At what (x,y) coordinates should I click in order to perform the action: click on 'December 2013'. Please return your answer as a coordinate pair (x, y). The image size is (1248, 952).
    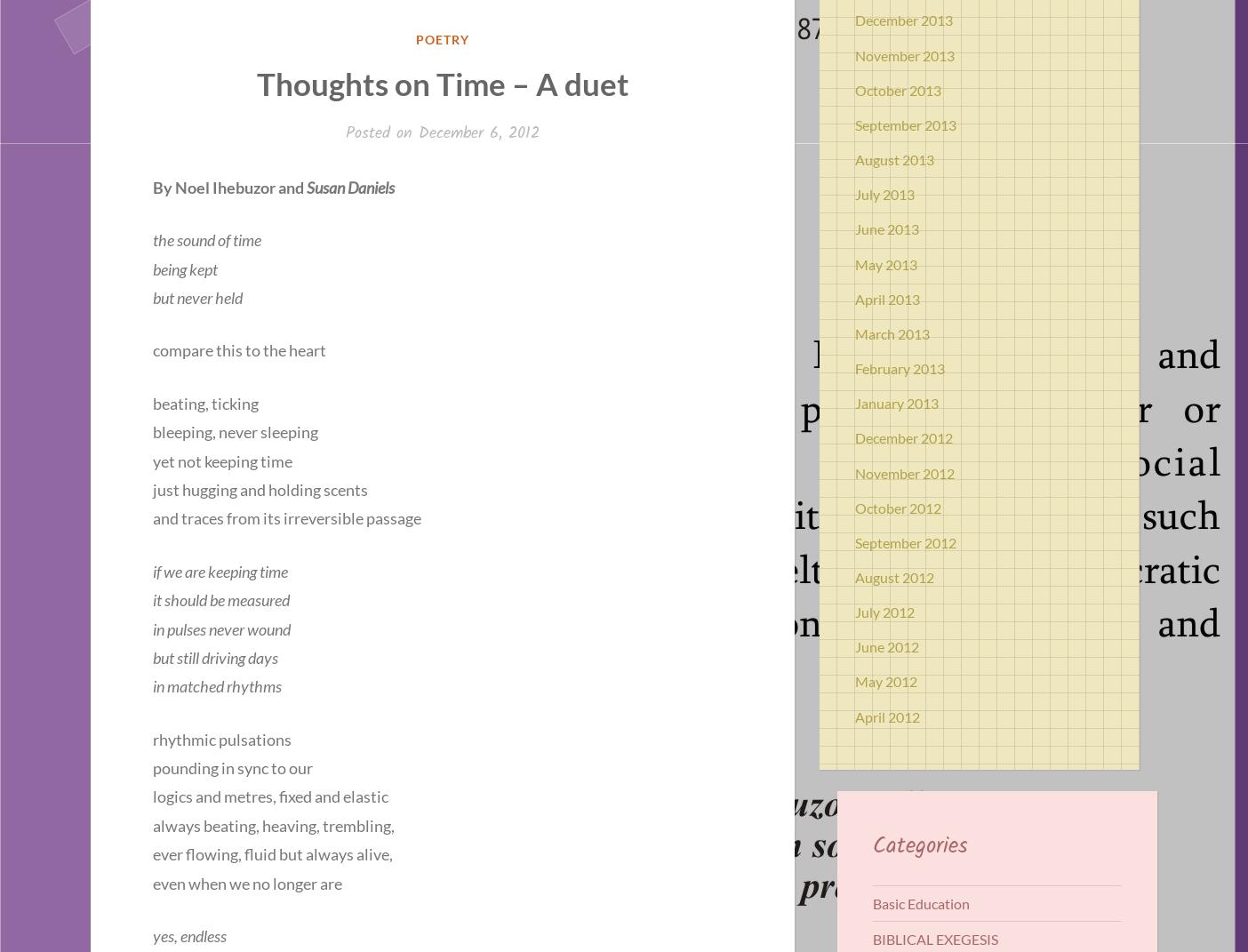
    Looking at the image, I should click on (855, 19).